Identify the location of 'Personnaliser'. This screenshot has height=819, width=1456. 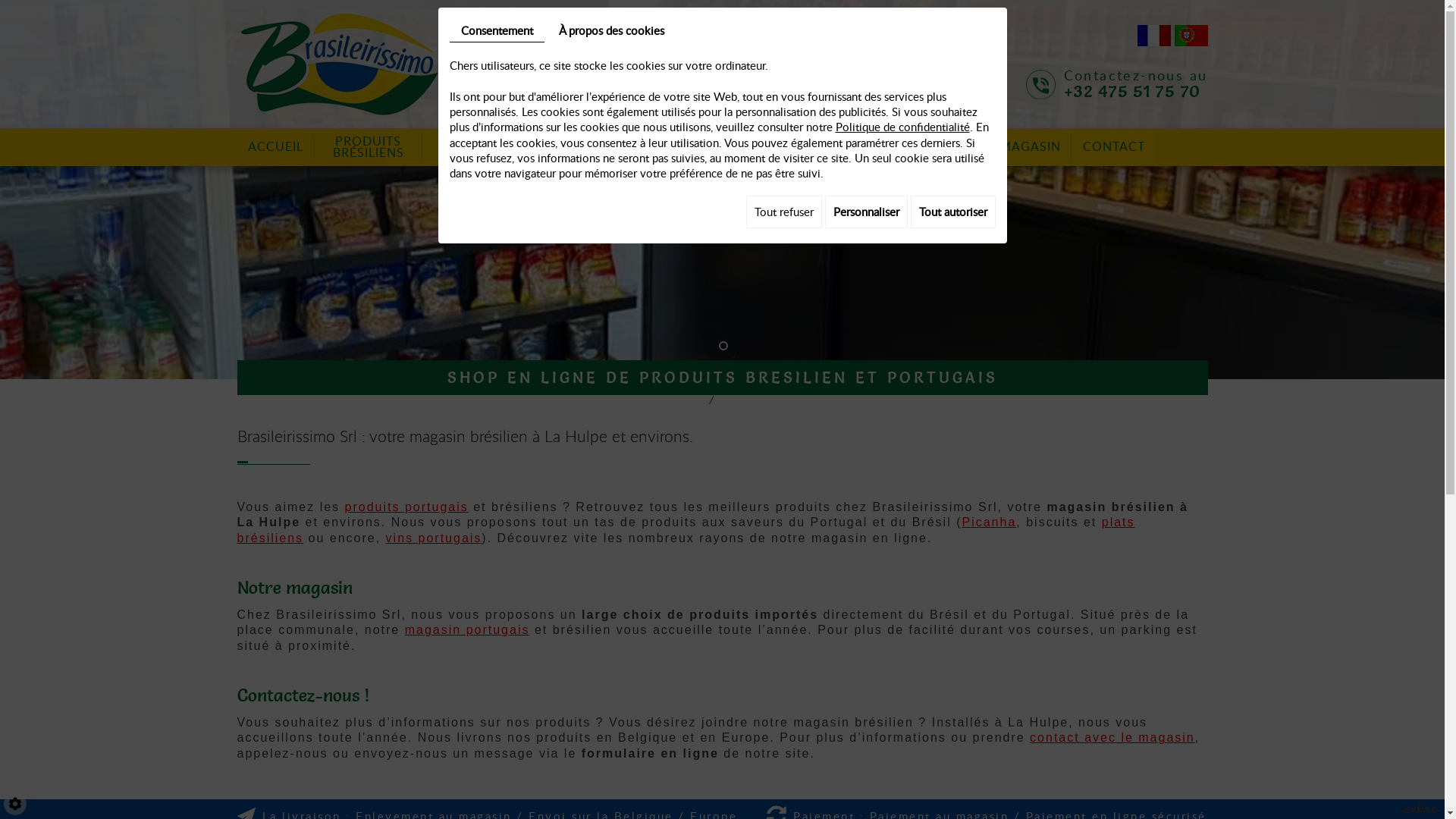
(866, 211).